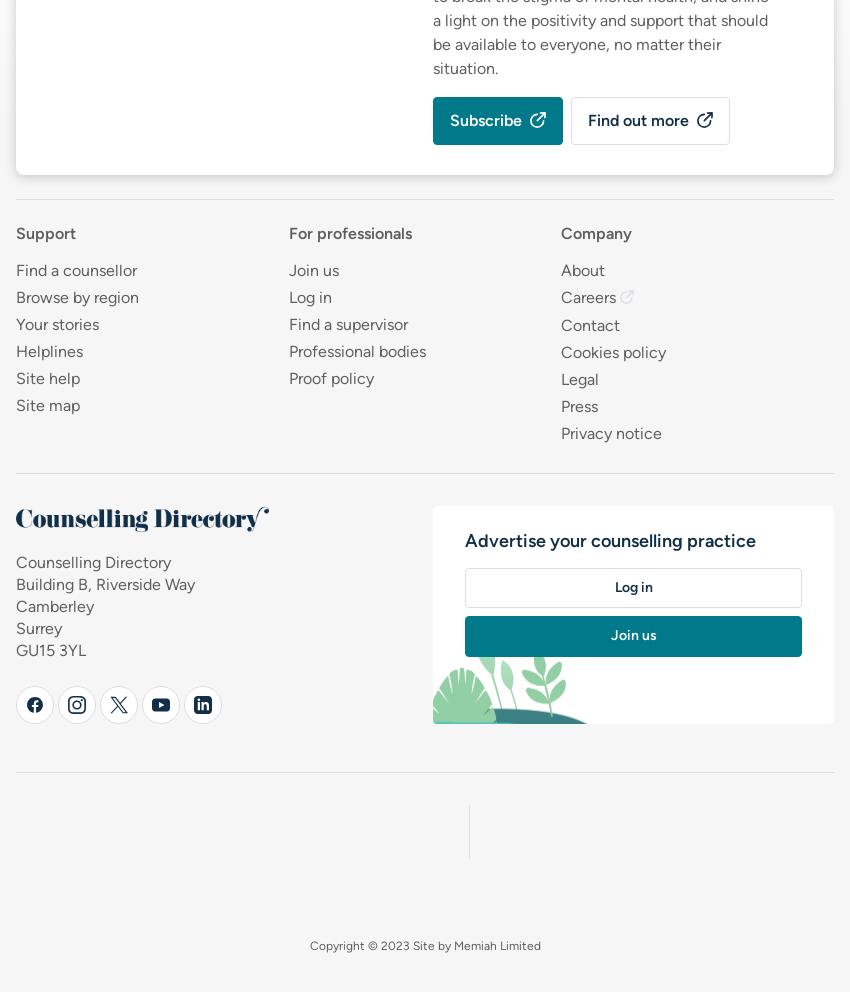 The width and height of the screenshot is (850, 992). What do you see at coordinates (48, 377) in the screenshot?
I see `'Site help'` at bounding box center [48, 377].